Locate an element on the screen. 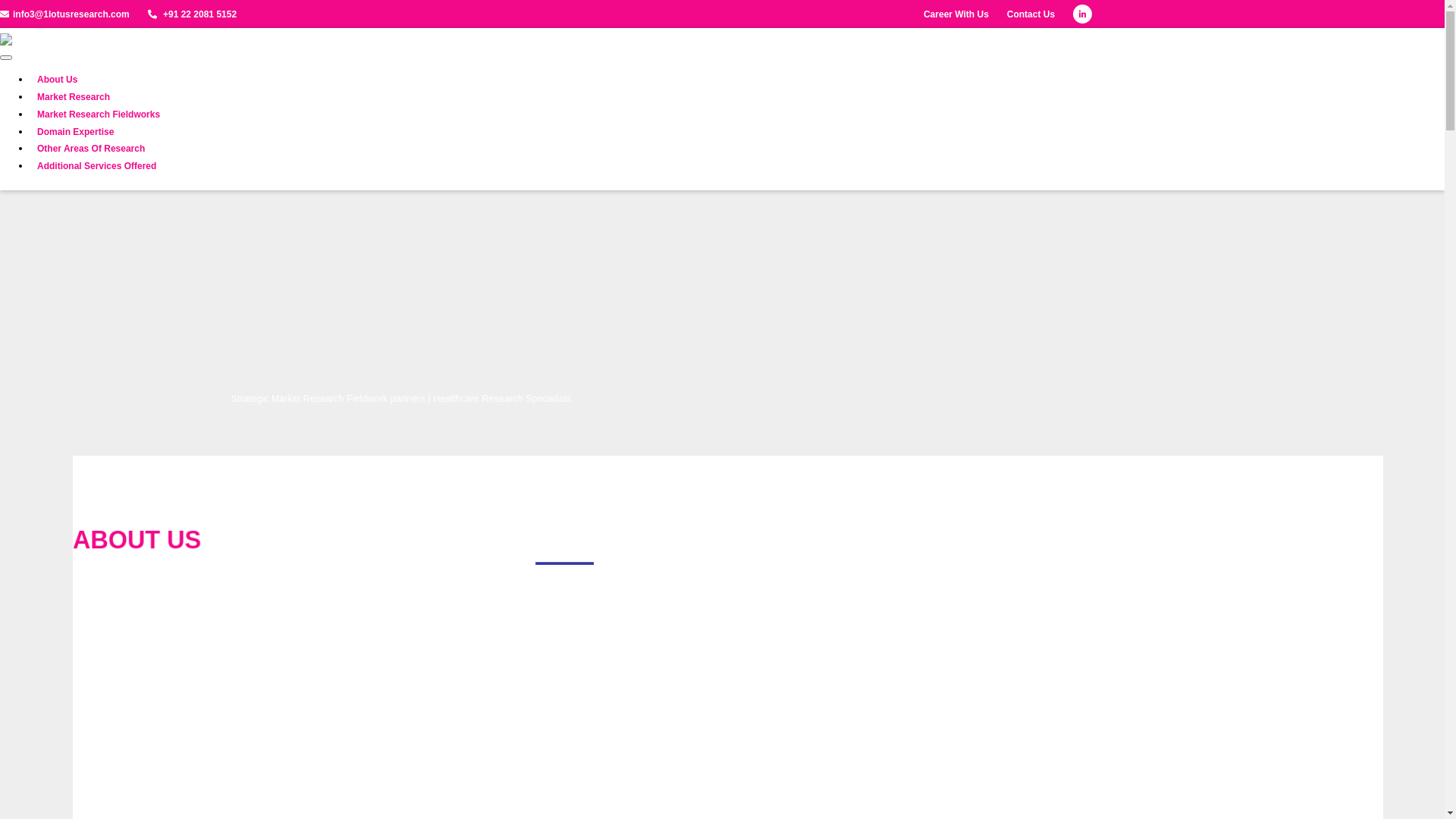  'About Us' is located at coordinates (57, 80).